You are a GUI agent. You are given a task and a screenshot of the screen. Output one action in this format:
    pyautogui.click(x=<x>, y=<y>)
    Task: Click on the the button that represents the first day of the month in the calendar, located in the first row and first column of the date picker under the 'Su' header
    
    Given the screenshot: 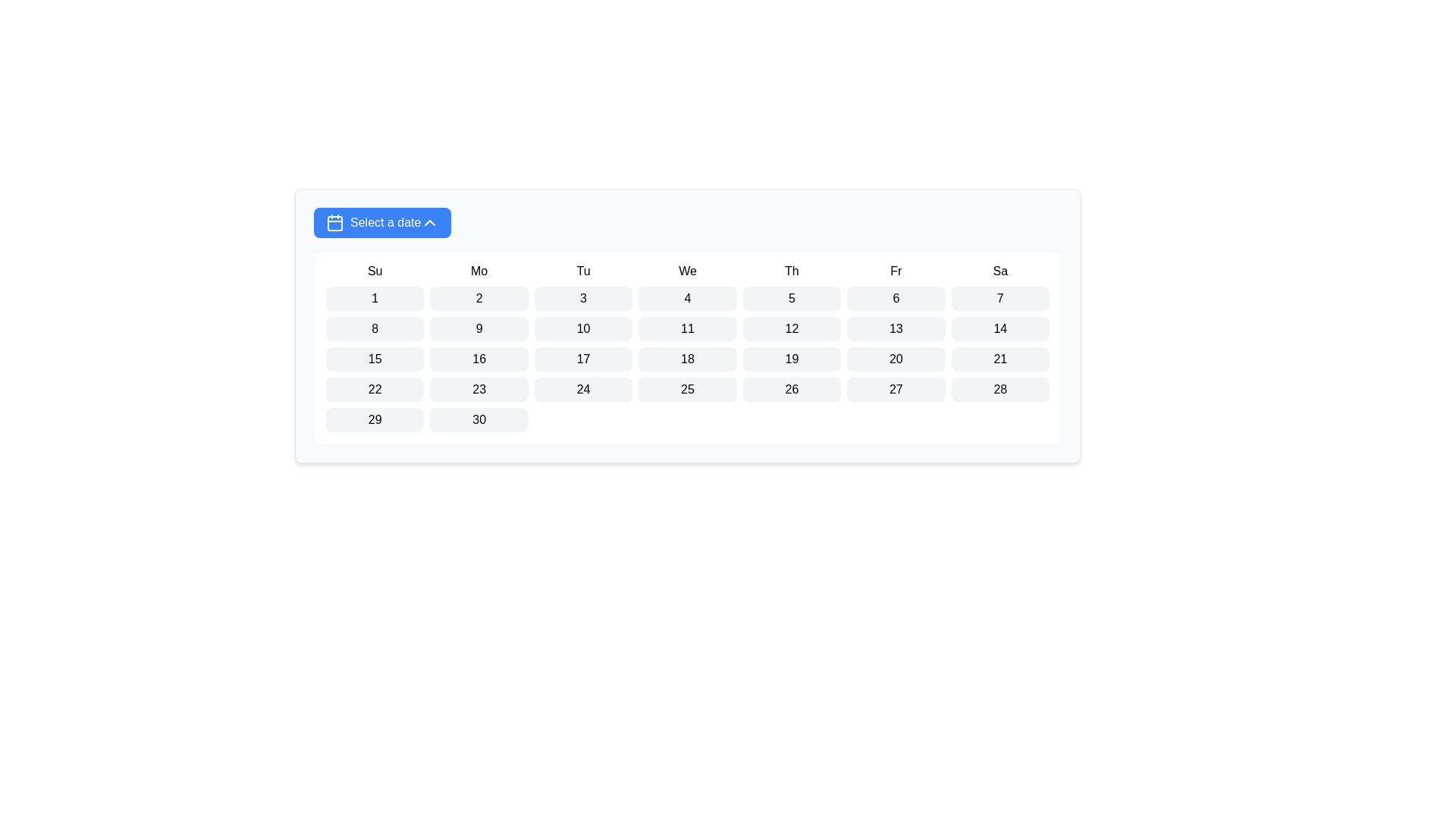 What is the action you would take?
    pyautogui.click(x=375, y=298)
    